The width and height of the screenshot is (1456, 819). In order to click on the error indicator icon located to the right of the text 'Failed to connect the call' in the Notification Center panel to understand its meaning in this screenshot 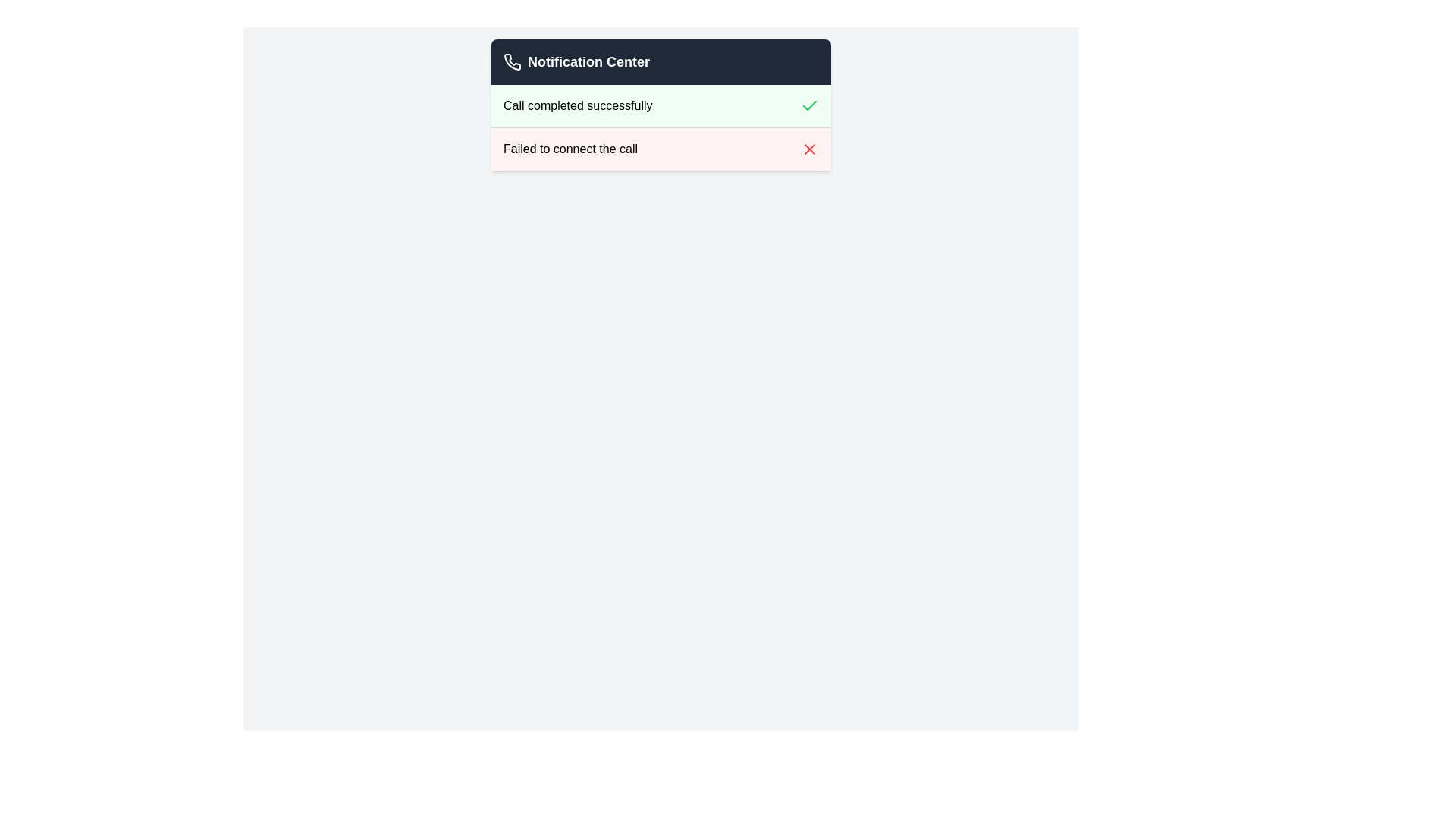, I will do `click(809, 149)`.